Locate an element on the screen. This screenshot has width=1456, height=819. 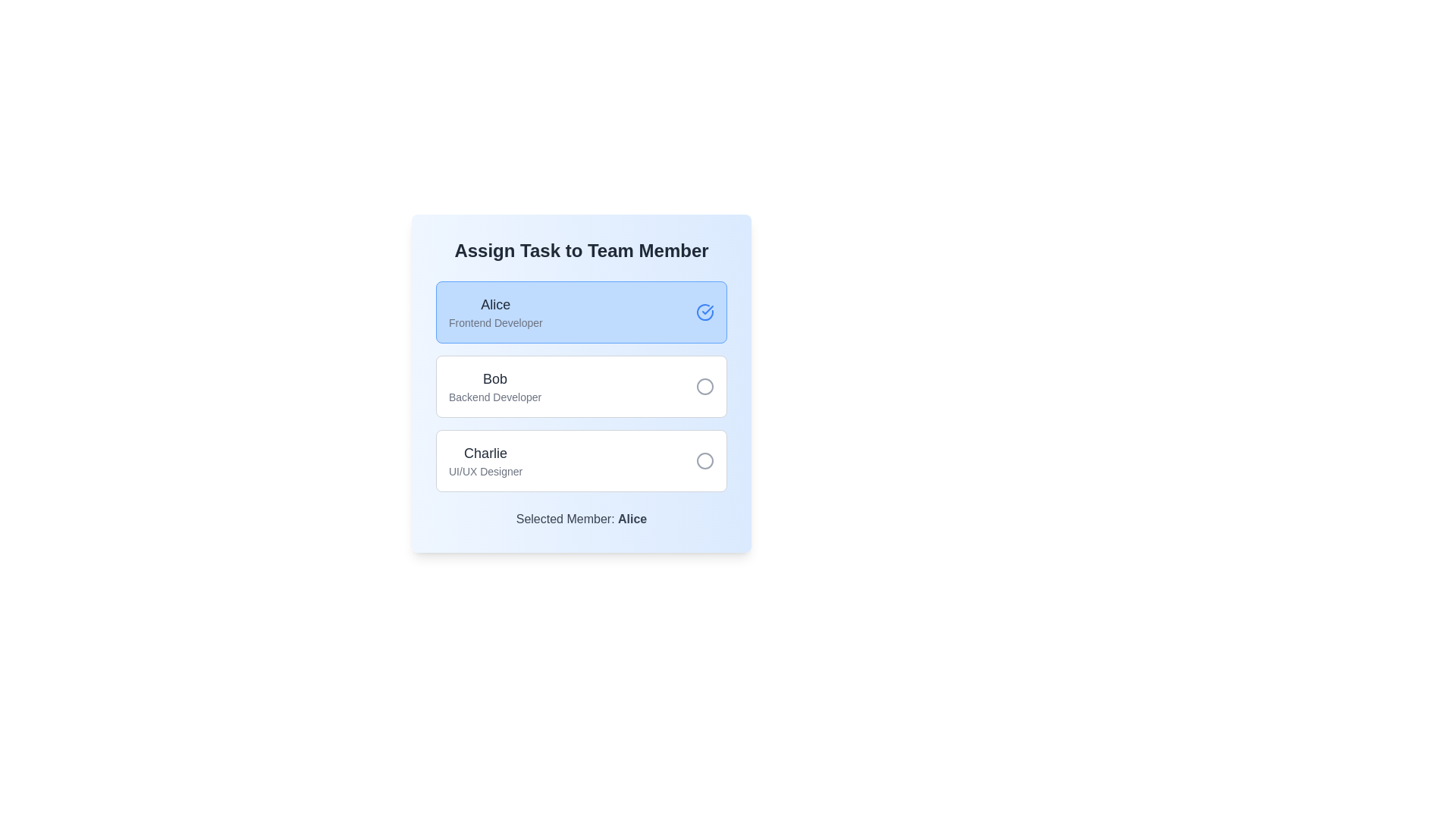
text label displaying 'Bob', which is prominently styled in dark gray and located above the role description 'Backend Developer' in the second member's section is located at coordinates (495, 378).